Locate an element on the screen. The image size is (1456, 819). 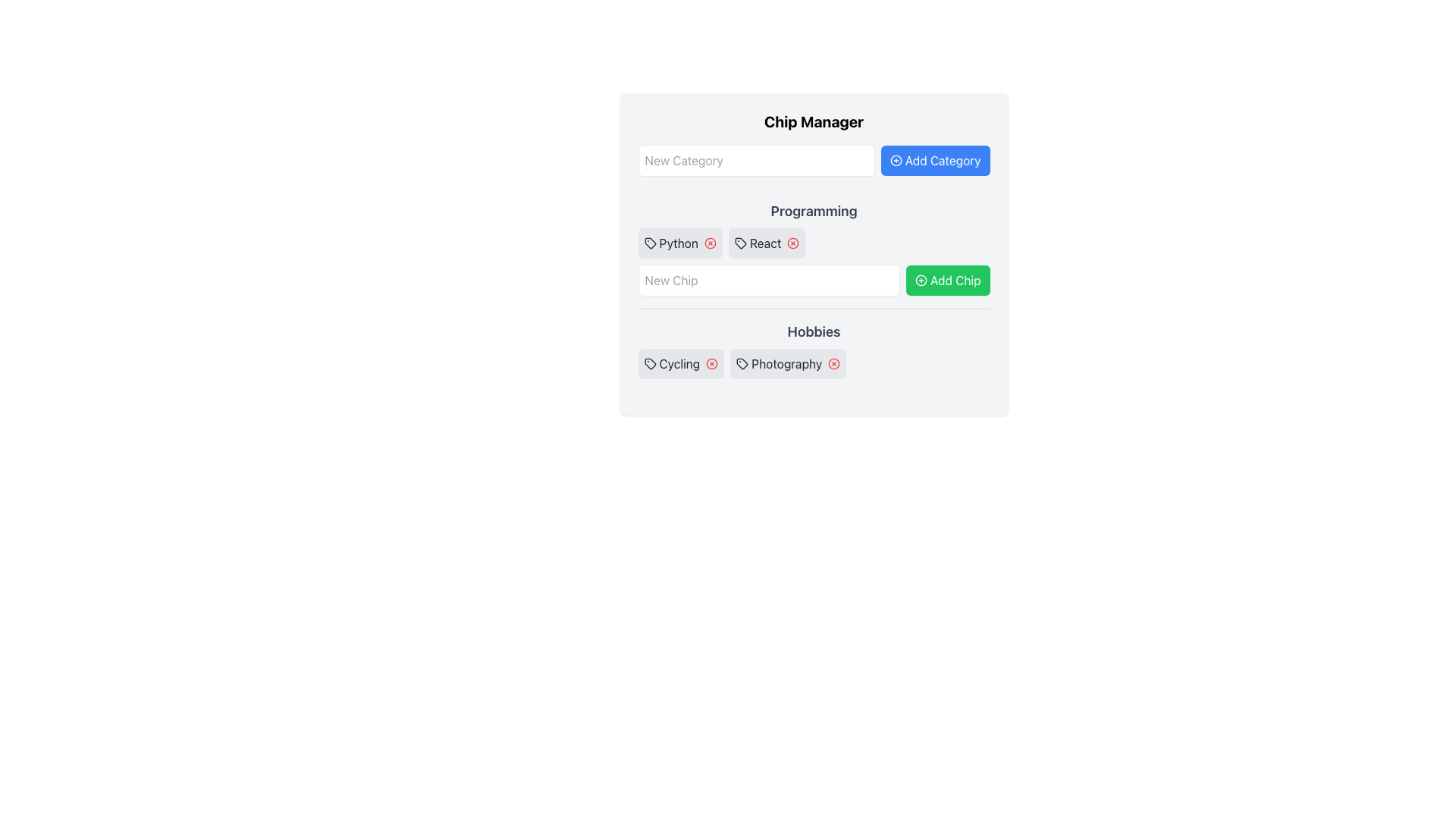
the tag icon in the 'Hobbies' section of the 'Photography' chip, which is located to the left of the text 'Photography' and adjacent to the delete button is located at coordinates (742, 363).